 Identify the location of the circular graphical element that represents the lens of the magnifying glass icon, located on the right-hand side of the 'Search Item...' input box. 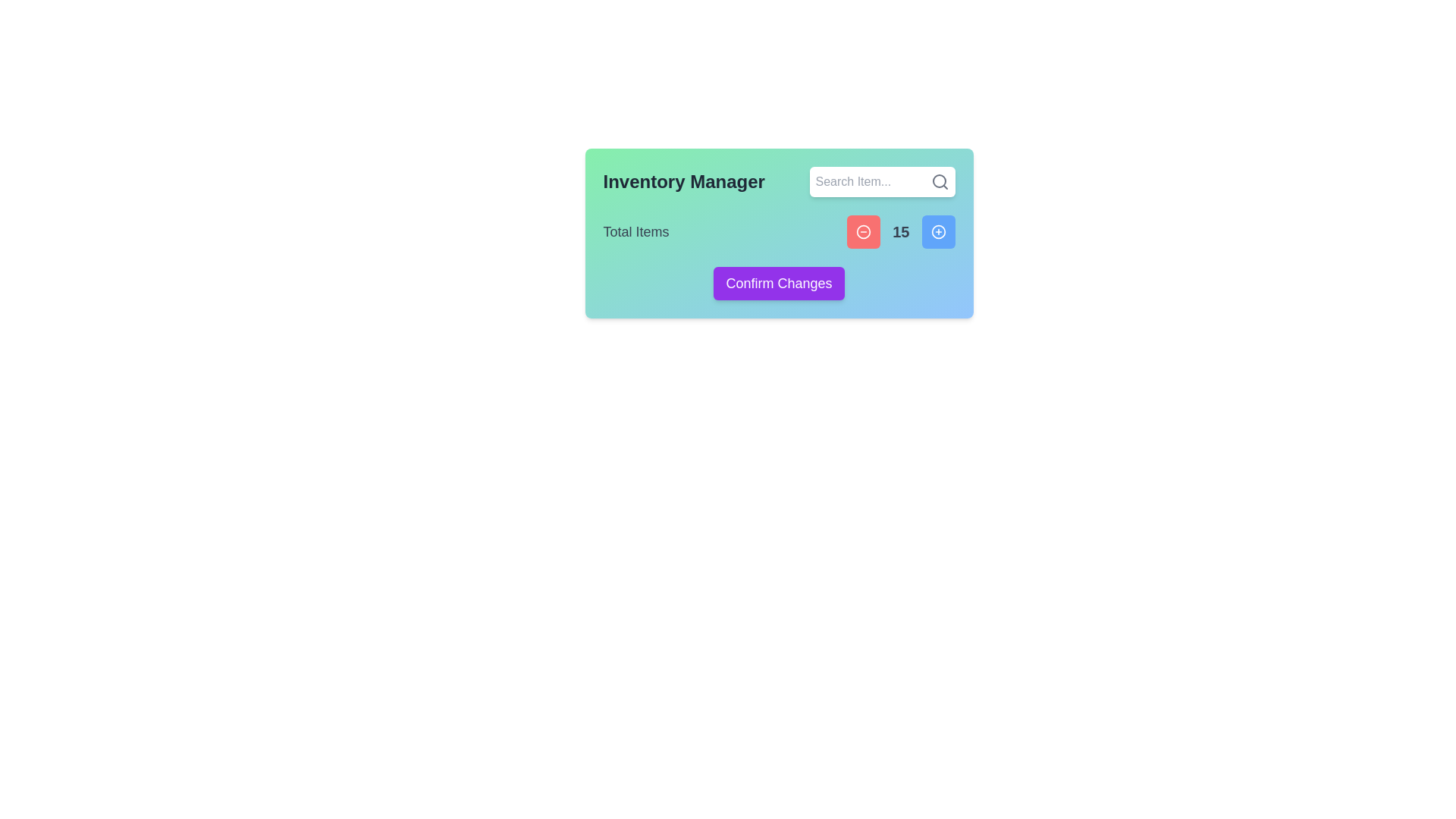
(938, 180).